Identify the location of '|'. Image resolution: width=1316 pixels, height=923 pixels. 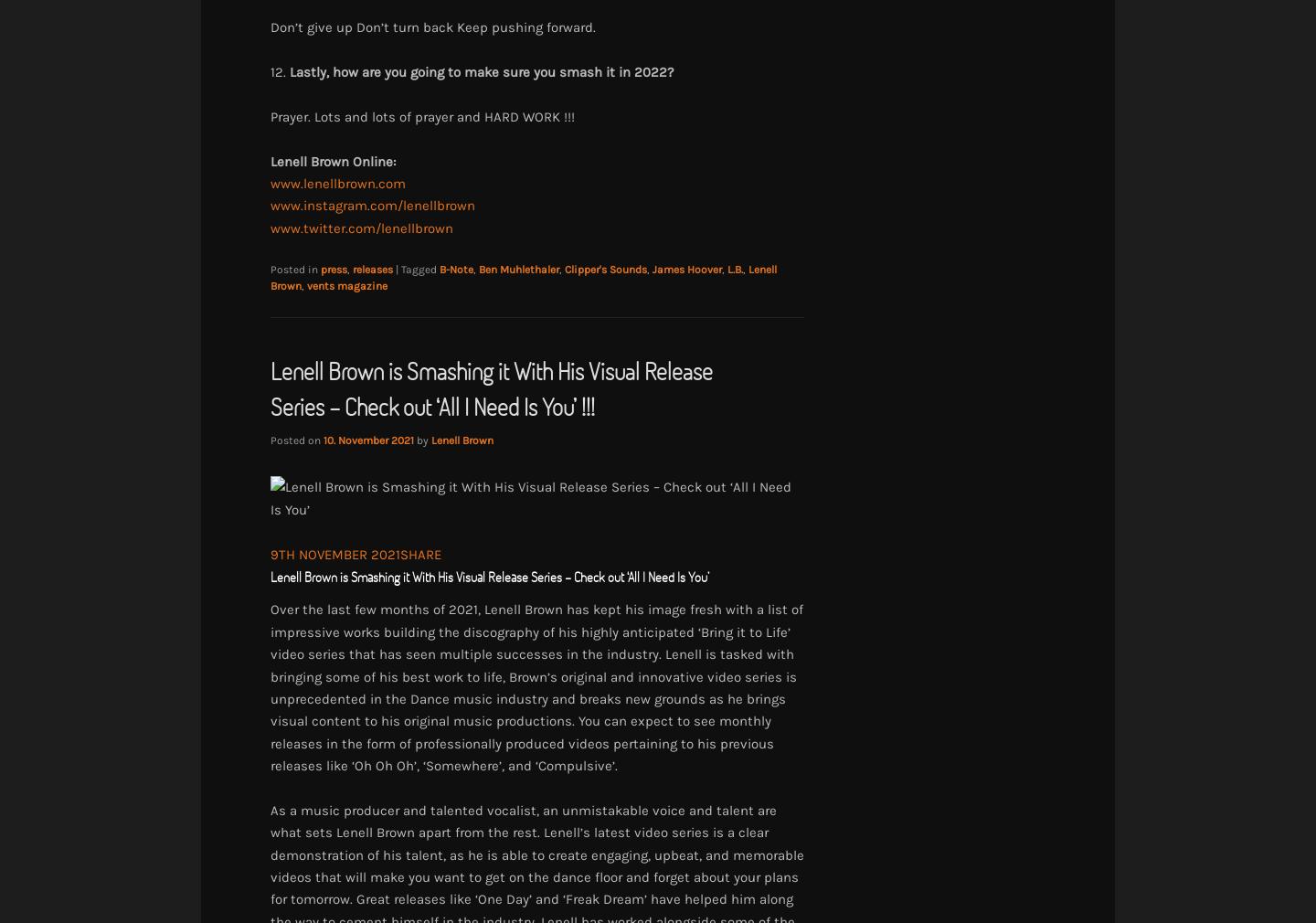
(398, 270).